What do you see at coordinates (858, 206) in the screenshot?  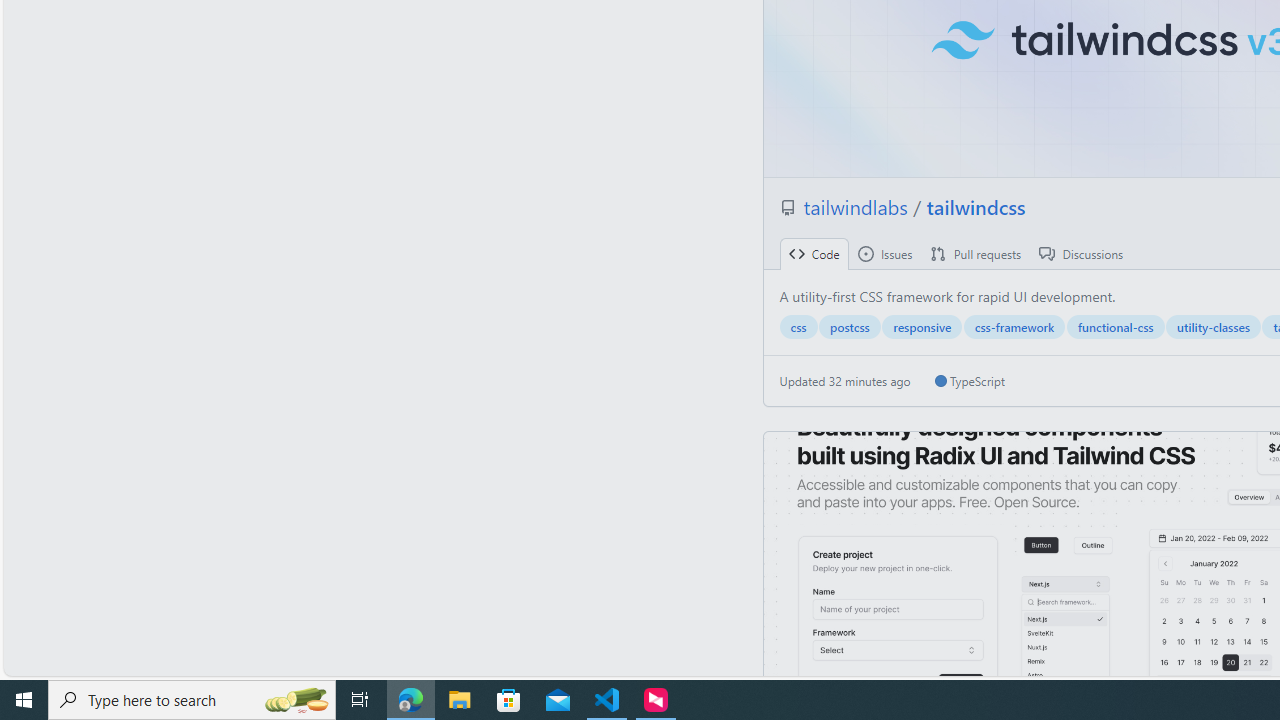 I see `'tailwindlabs '` at bounding box center [858, 206].